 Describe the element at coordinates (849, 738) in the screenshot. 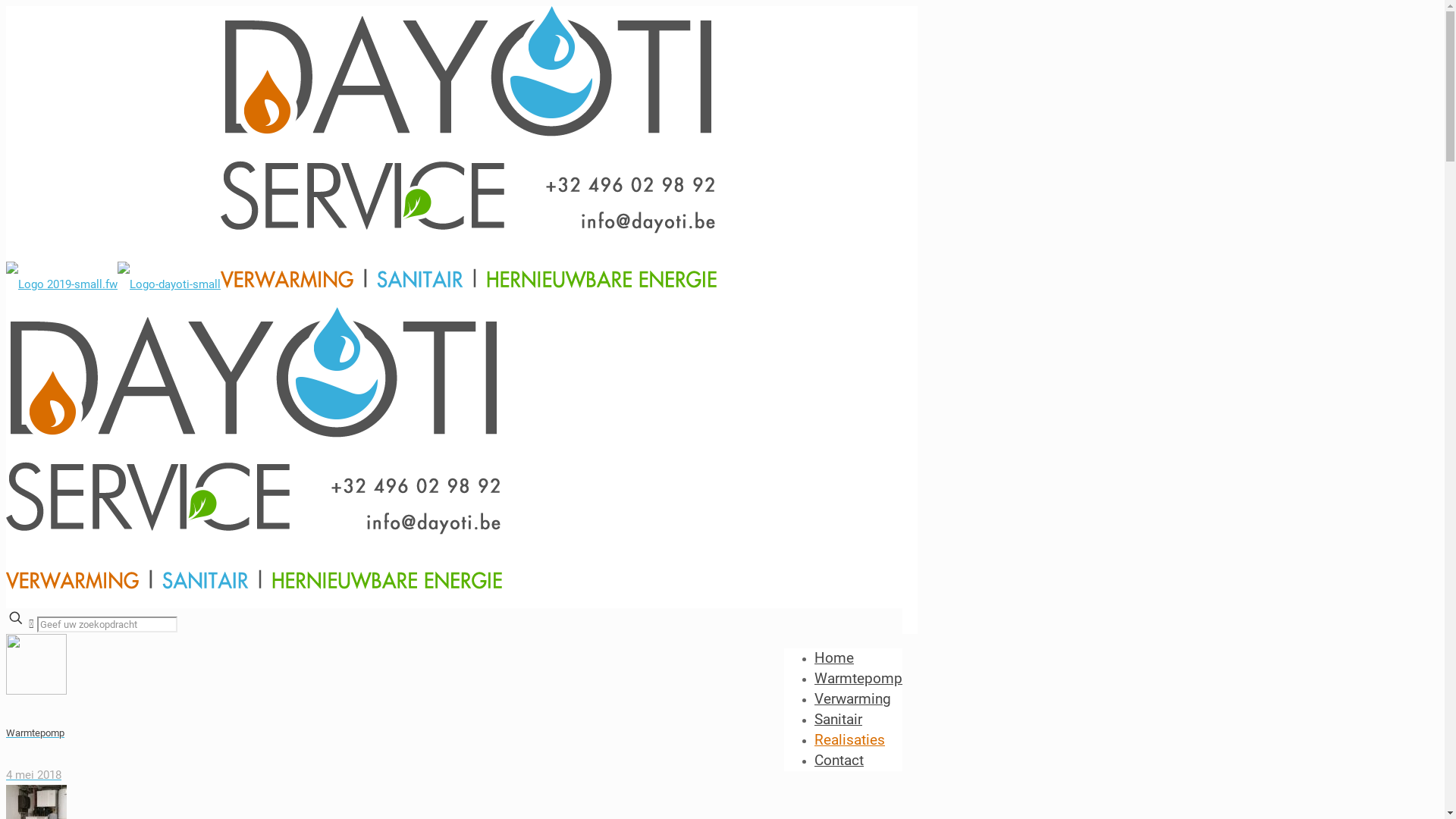

I see `'Realisaties'` at that location.